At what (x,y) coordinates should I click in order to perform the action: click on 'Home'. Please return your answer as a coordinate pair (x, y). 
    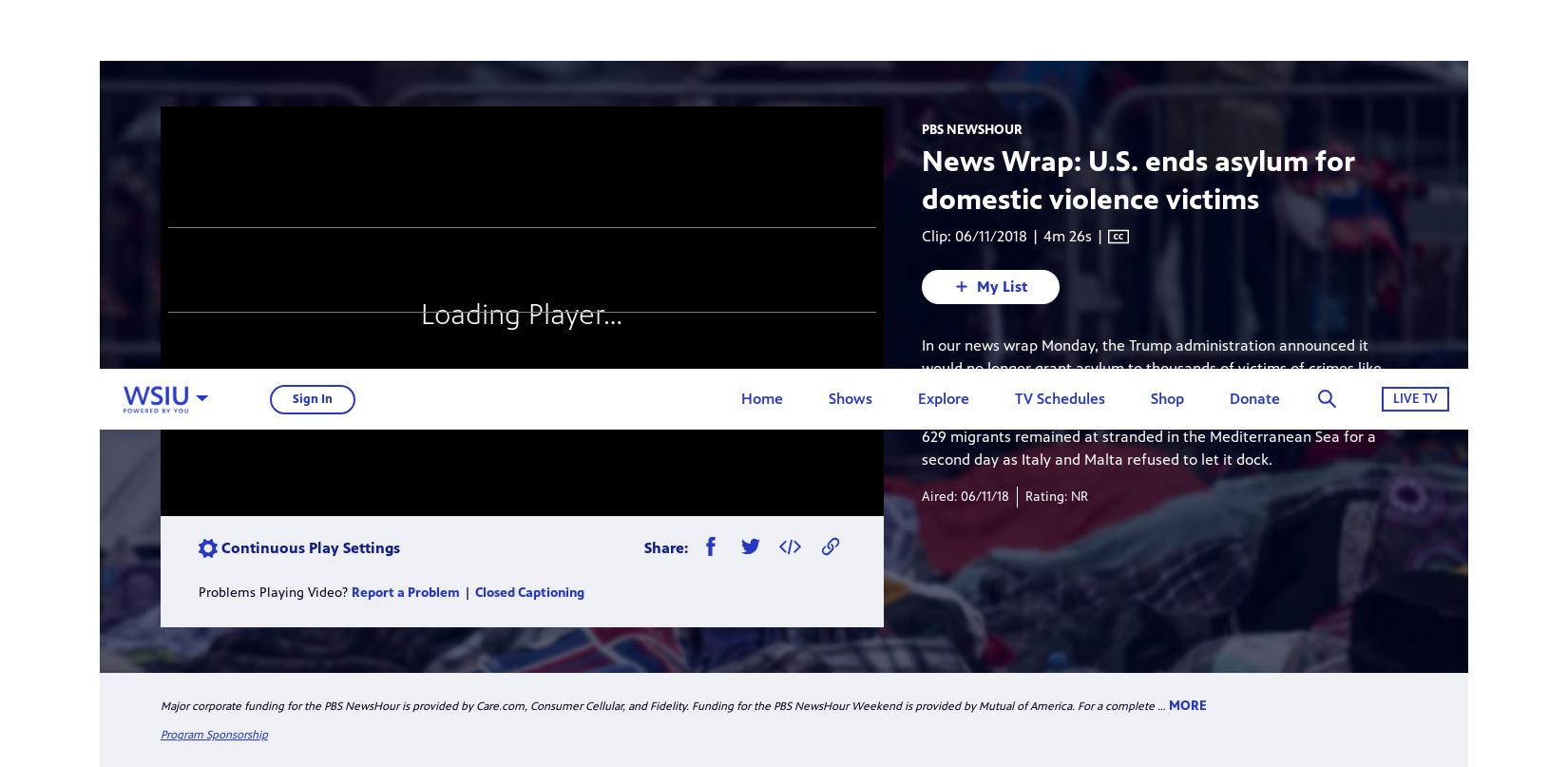
    Looking at the image, I should click on (761, 29).